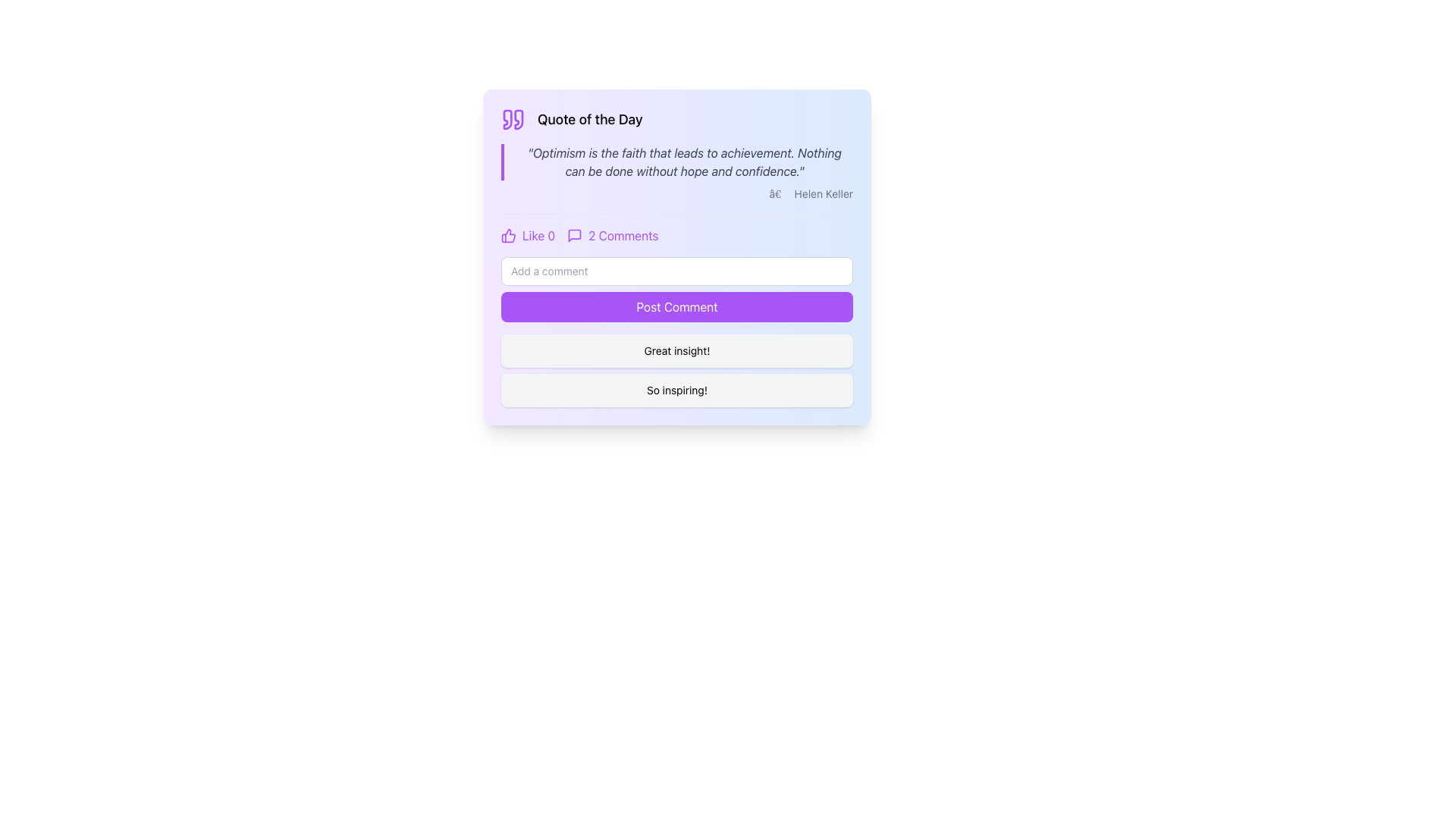 Image resolution: width=1456 pixels, height=819 pixels. I want to click on the static text block styled in italic gray font within the quote box, which reads: 'Optimism is the faith that leads to achievement. Nothing can be done without hope and confidence.', so click(676, 162).